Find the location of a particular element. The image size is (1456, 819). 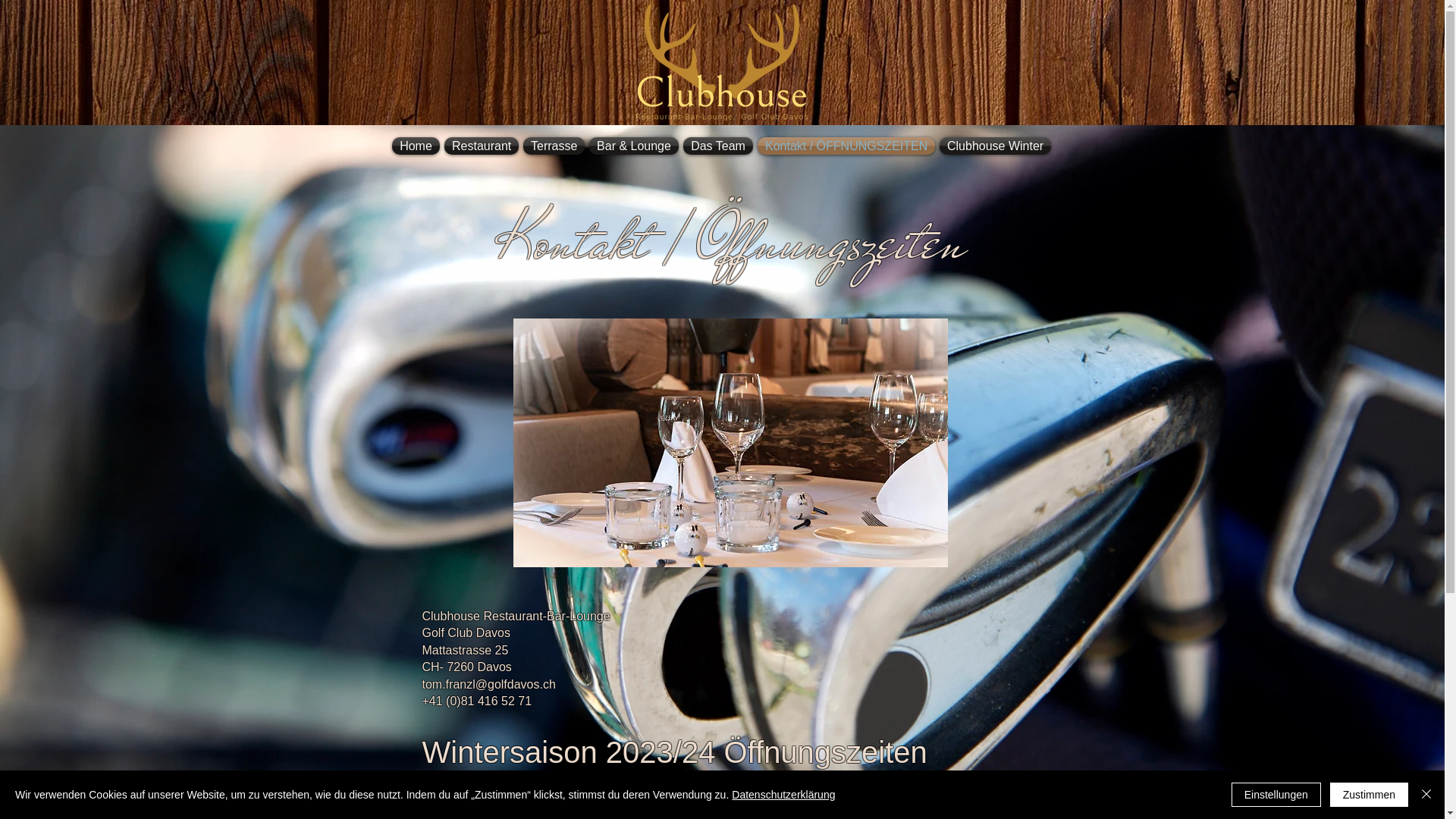

'tom.franzl@golfdavos.ch' is located at coordinates (488, 684).